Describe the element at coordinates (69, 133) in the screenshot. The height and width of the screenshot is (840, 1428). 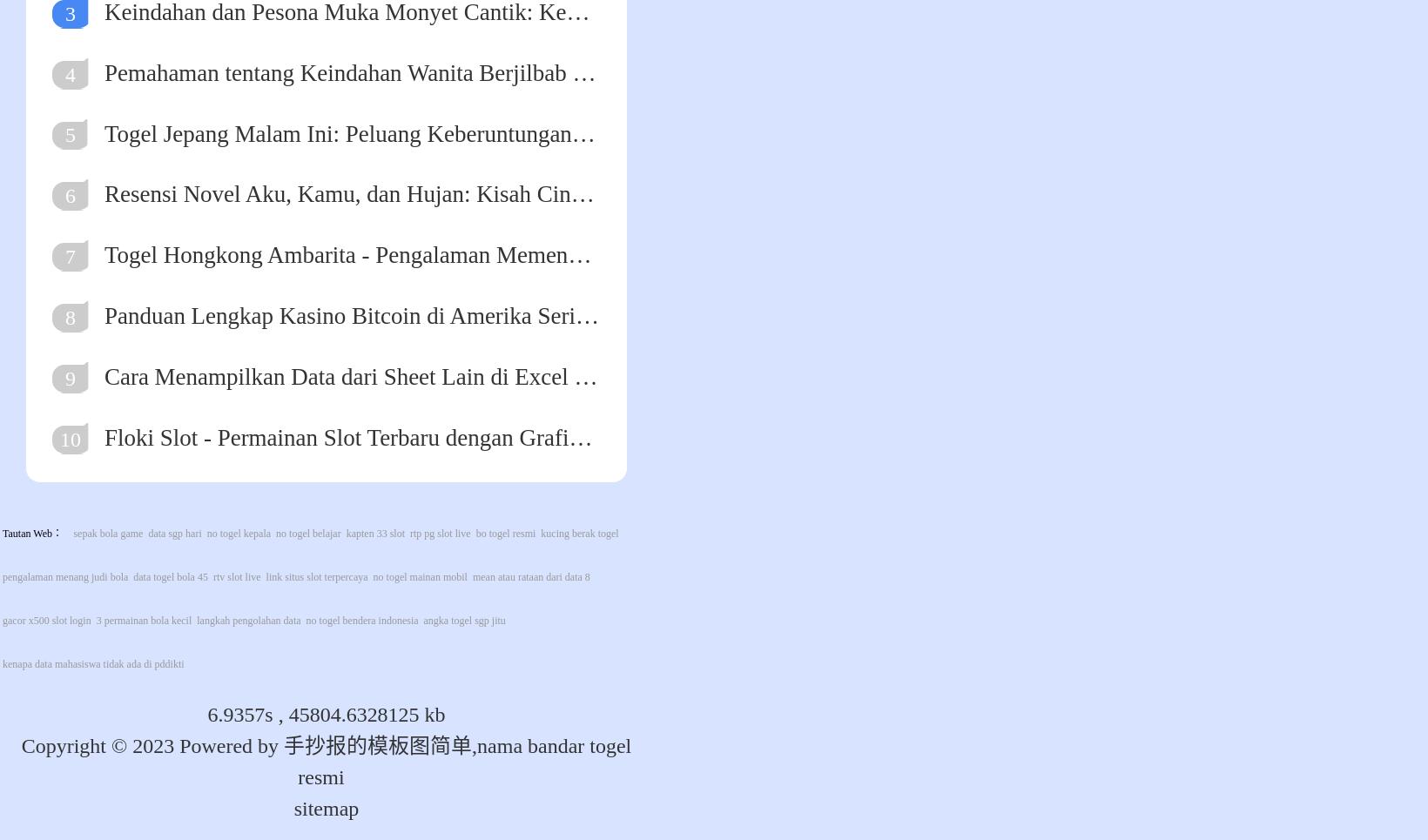
I see `'5'` at that location.